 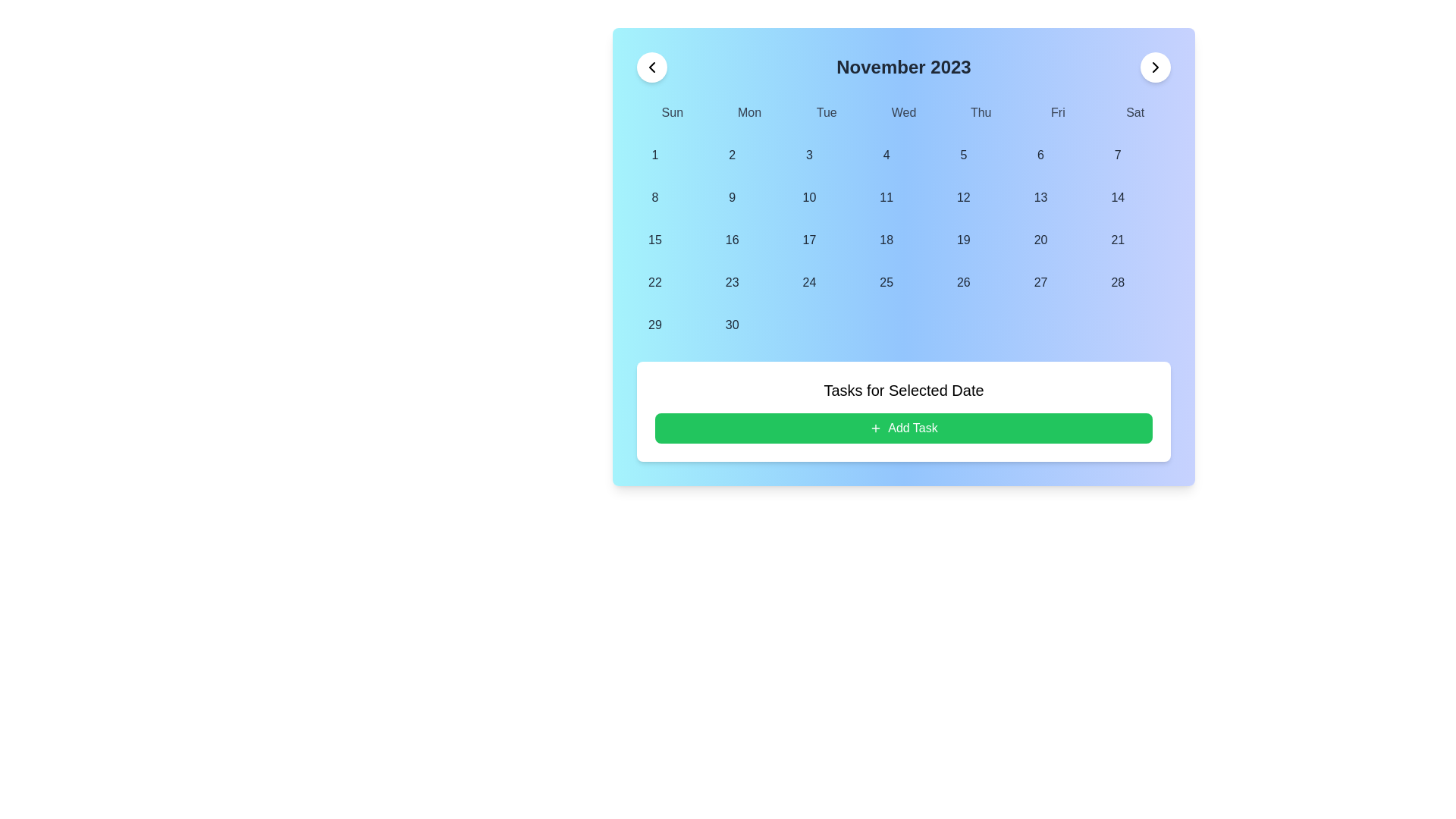 What do you see at coordinates (912, 428) in the screenshot?
I see `'Add Task' button, which is a text label centered within a green rectangular button in the 'Tasks for Selected Date' panel` at bounding box center [912, 428].